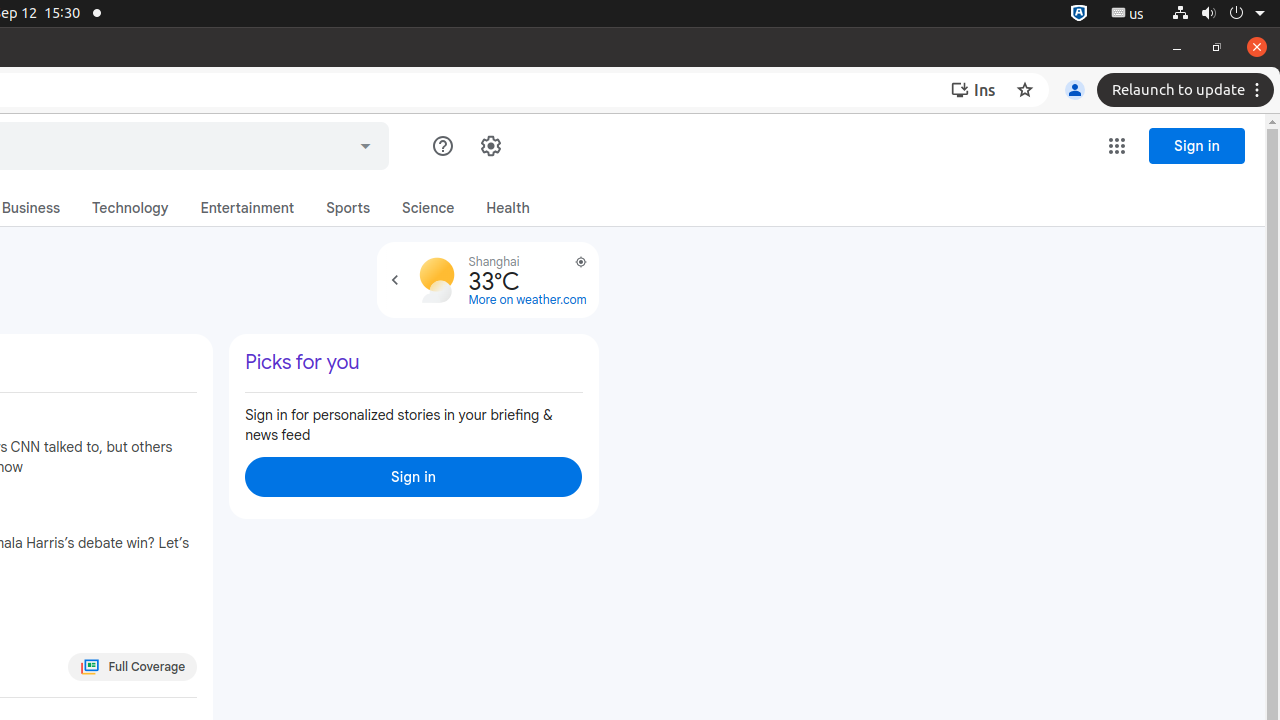 The height and width of the screenshot is (720, 1280). Describe the element at coordinates (30, 208) in the screenshot. I see `'Business'` at that location.